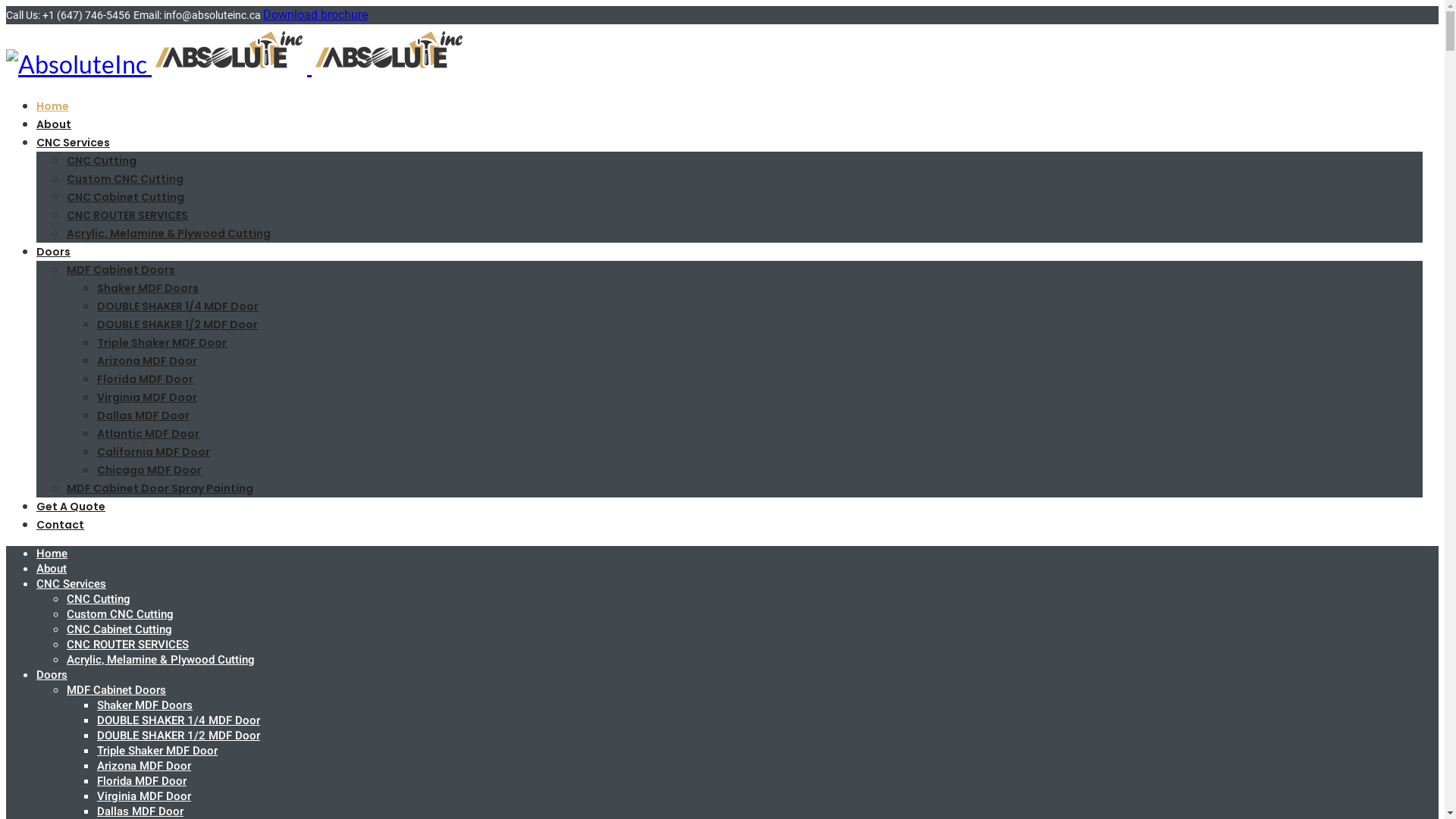 This screenshot has height=819, width=1456. Describe the element at coordinates (54, 124) in the screenshot. I see `'About'` at that location.